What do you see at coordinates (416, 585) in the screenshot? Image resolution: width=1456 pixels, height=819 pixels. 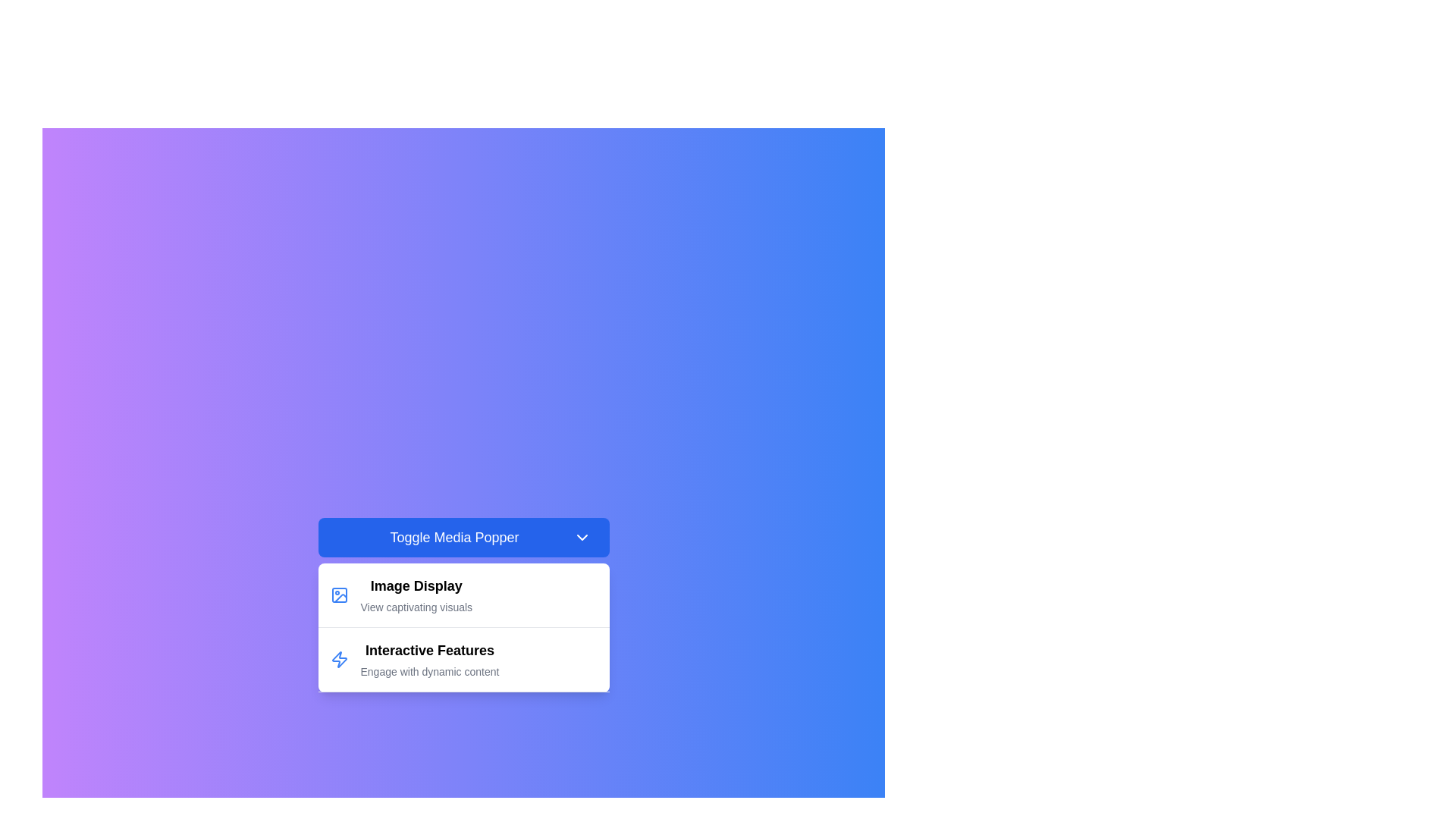 I see `the Text label that serves as a title for the image display section, positioned above the text 'View captivating visuals.'` at bounding box center [416, 585].